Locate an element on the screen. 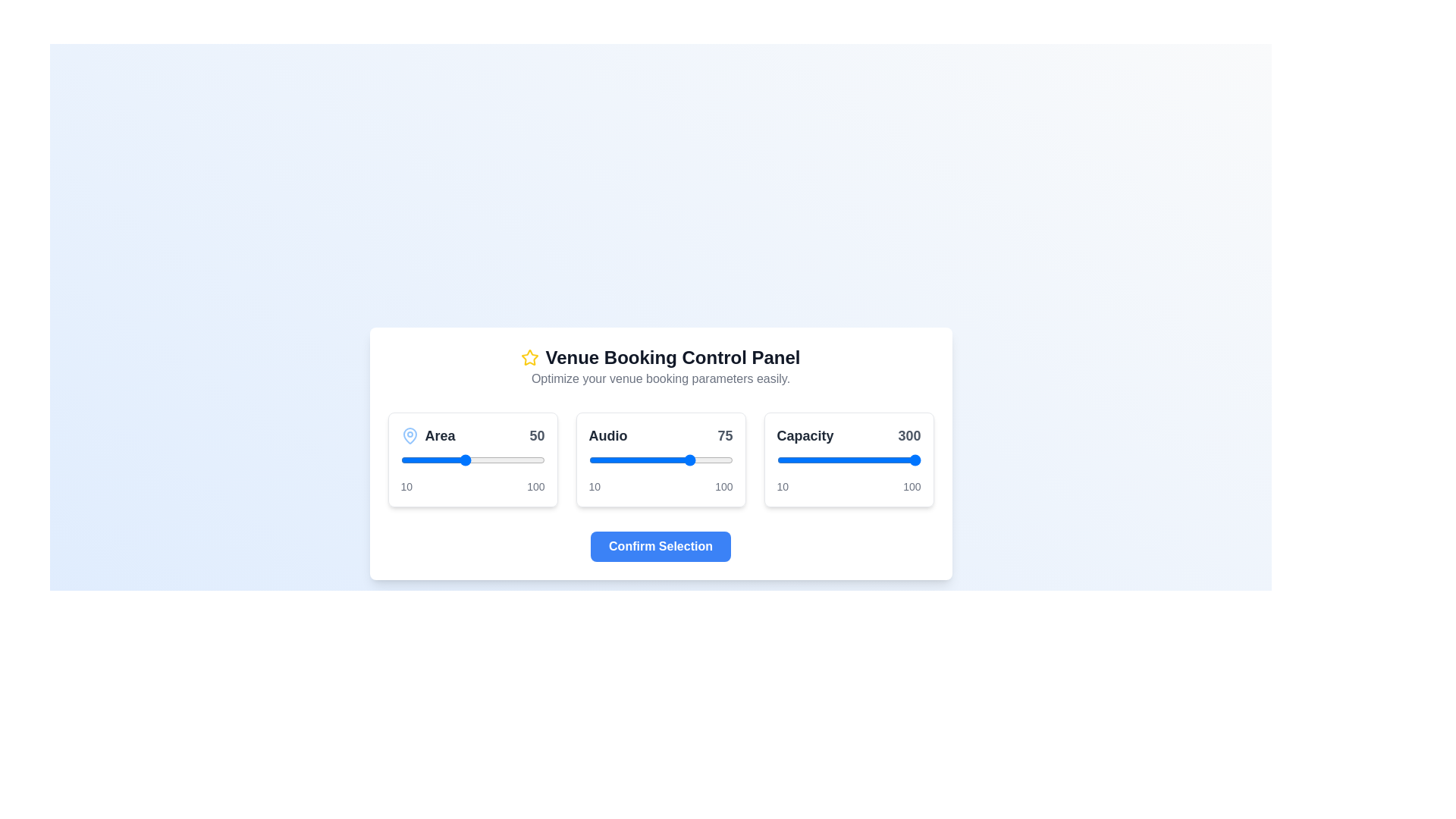 The image size is (1456, 819). capacity is located at coordinates (853, 459).